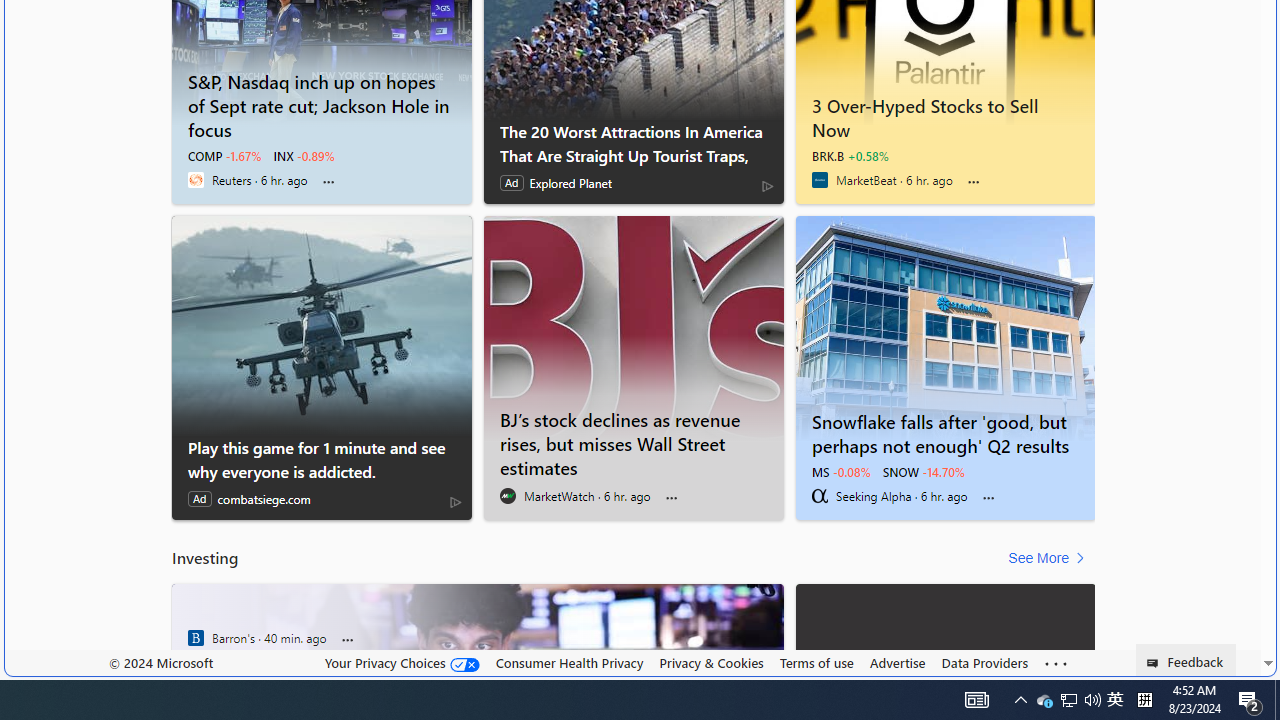 The height and width of the screenshot is (720, 1280). I want to click on 'Terms of use', so click(816, 663).